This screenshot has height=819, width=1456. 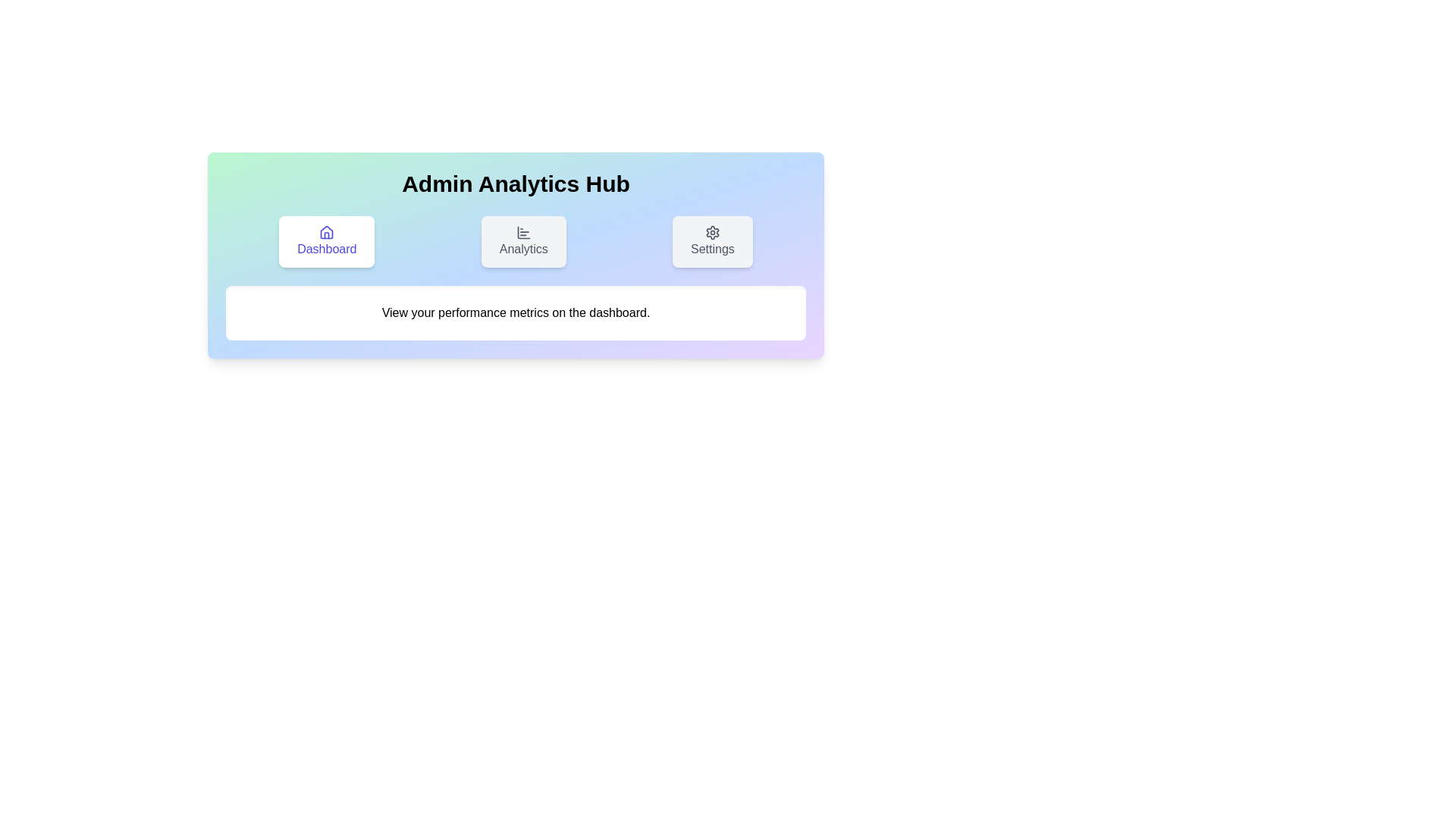 I want to click on the Settings tab by clicking on its button, so click(x=711, y=241).